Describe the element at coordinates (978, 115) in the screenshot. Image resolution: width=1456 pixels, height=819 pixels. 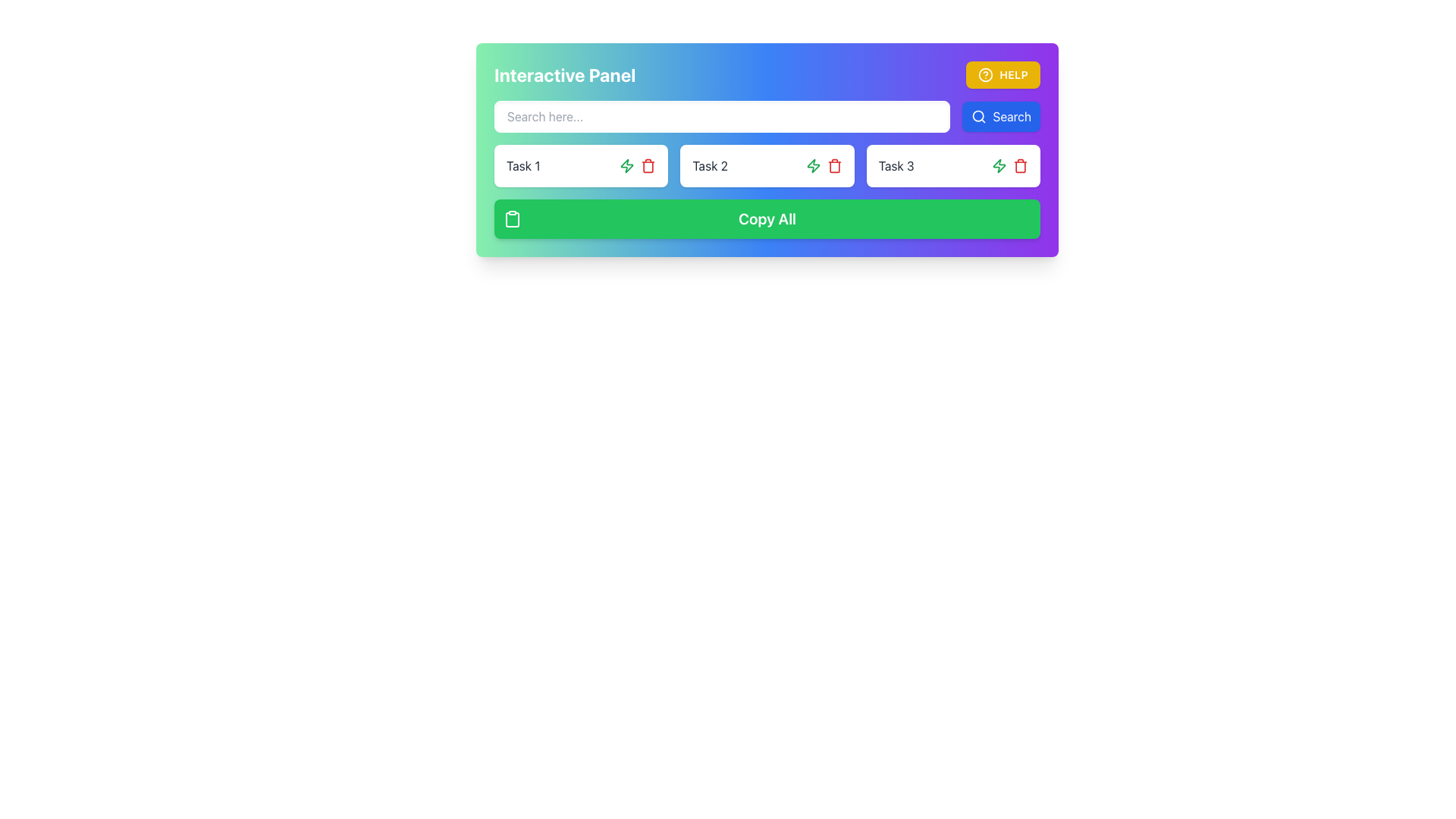
I see `the SVG graphical element representing the magnifying glass icon, located in the top-right corner of the interface` at that location.